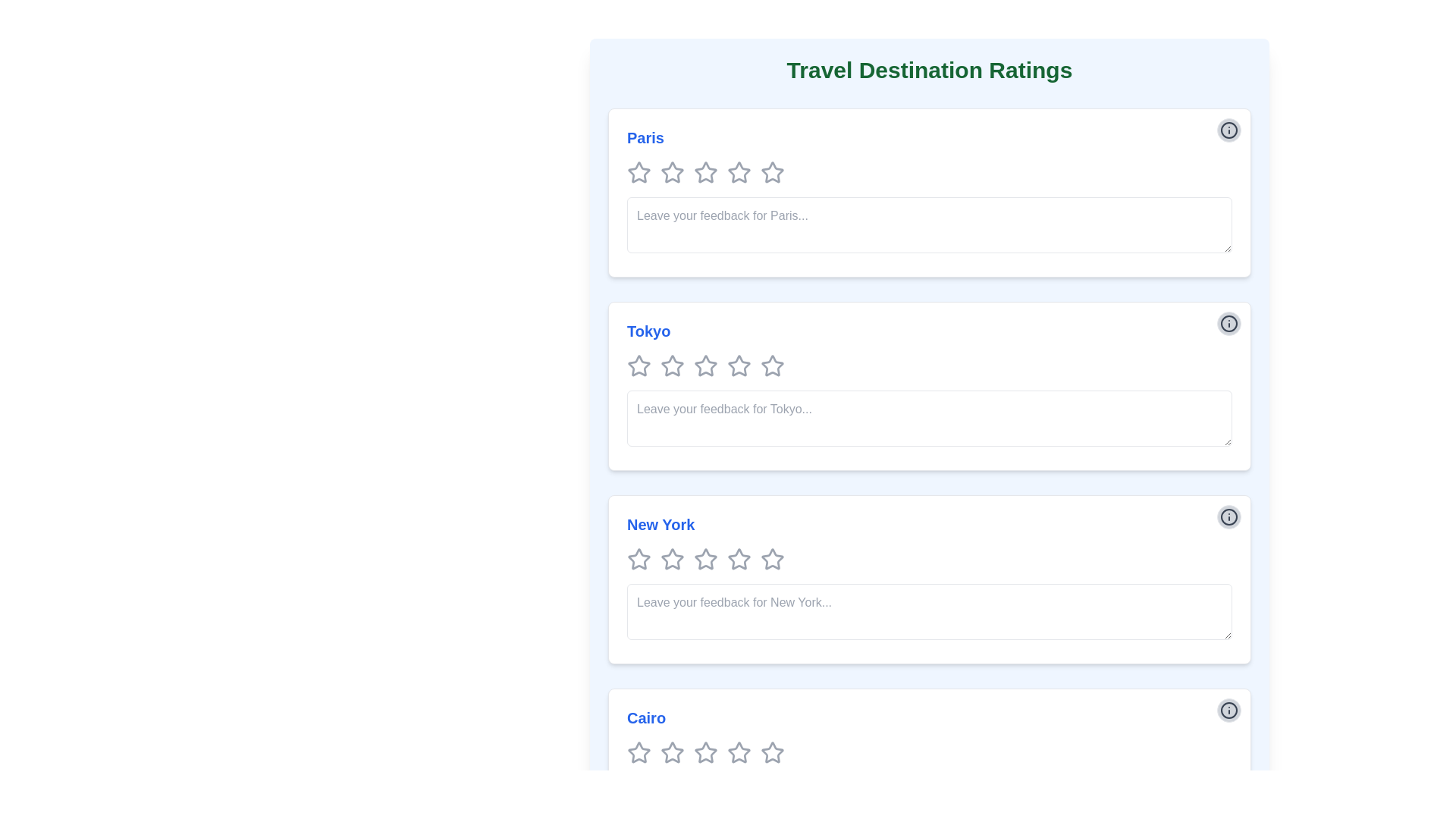 This screenshot has width=1456, height=819. I want to click on the first star-shaped icon in the 'Cairo' feedback section to rate it, so click(671, 752).